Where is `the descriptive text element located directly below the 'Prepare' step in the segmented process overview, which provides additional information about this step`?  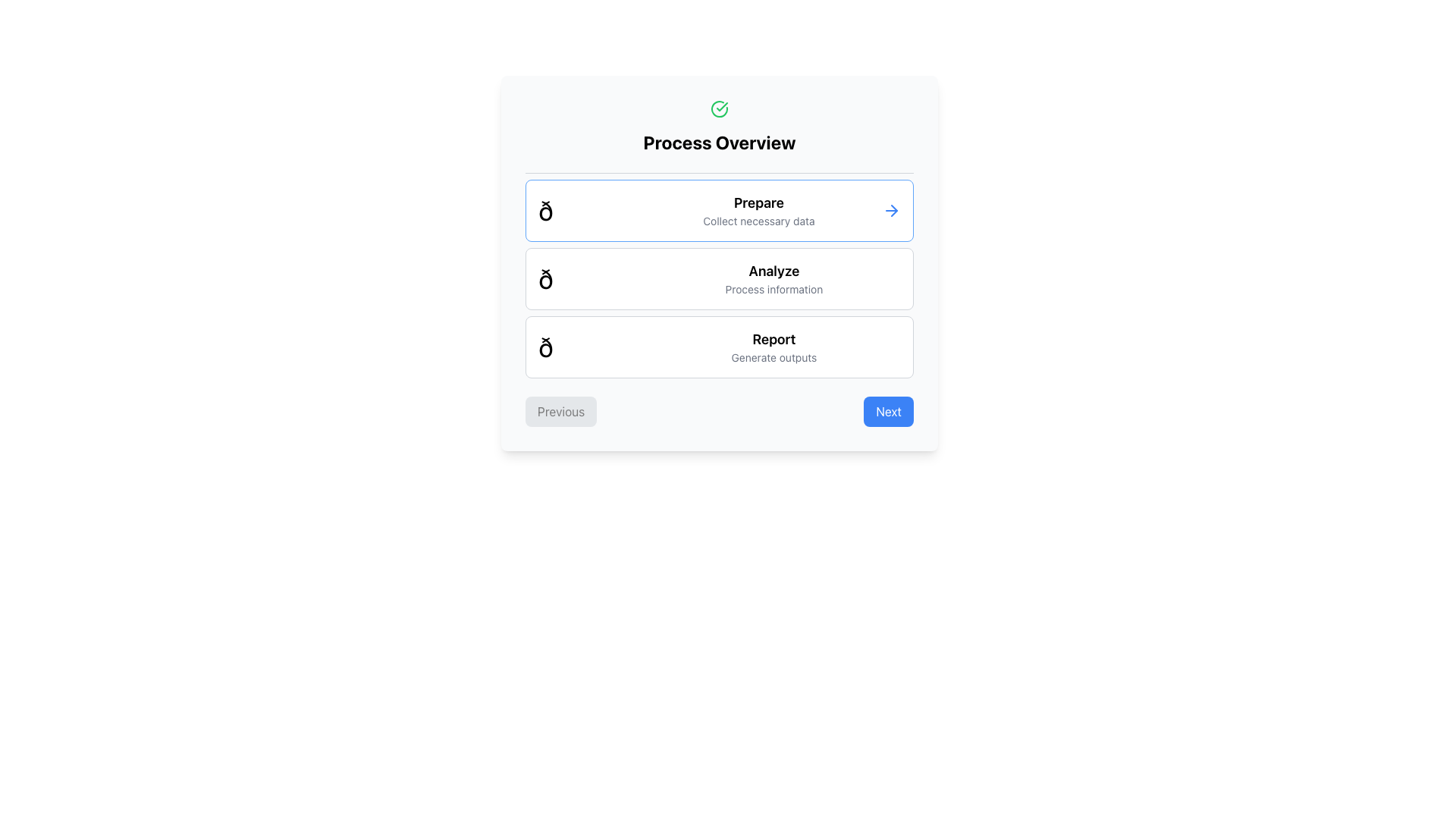
the descriptive text element located directly below the 'Prepare' step in the segmented process overview, which provides additional information about this step is located at coordinates (758, 221).